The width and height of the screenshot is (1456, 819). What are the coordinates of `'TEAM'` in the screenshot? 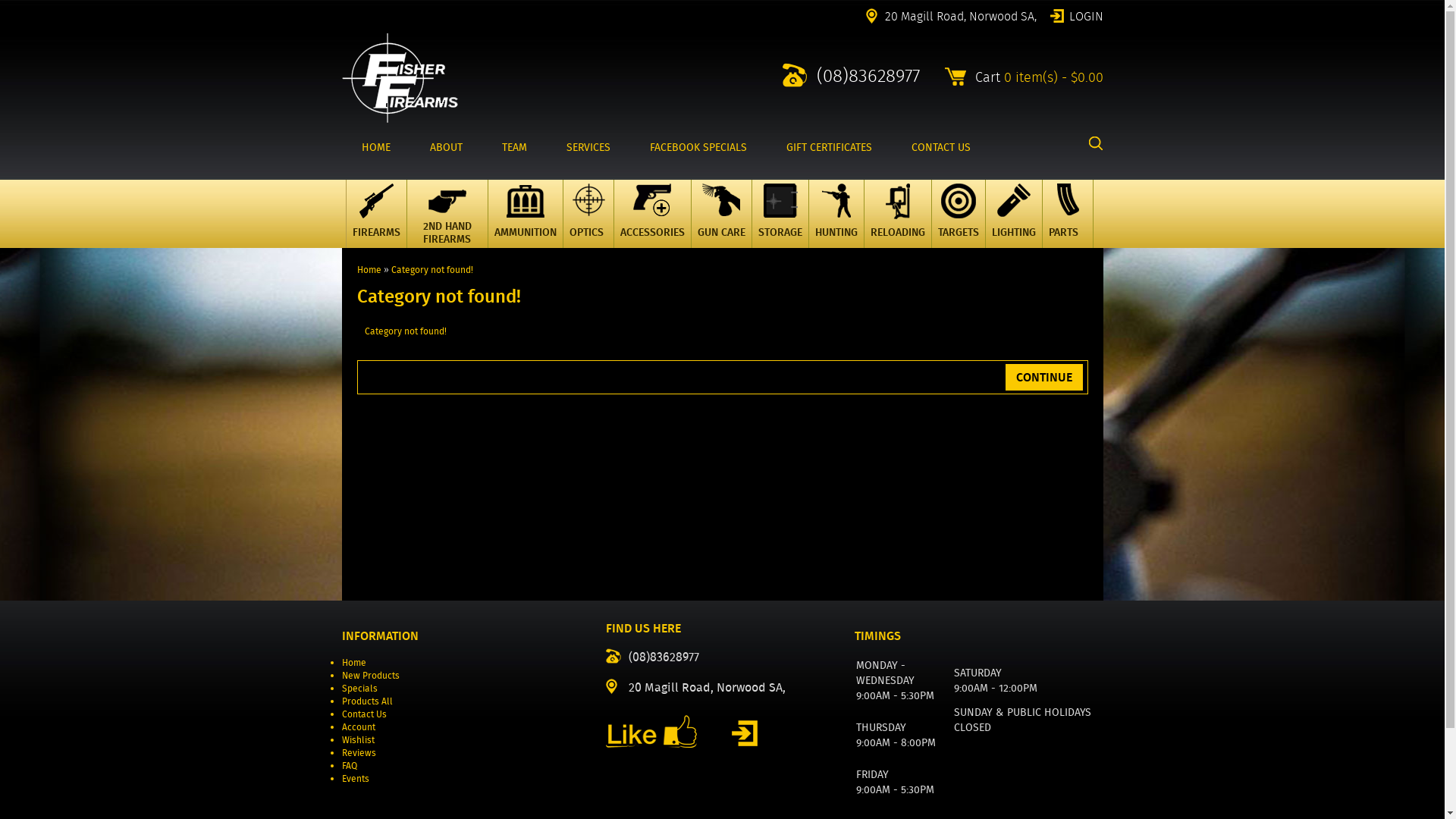 It's located at (514, 147).